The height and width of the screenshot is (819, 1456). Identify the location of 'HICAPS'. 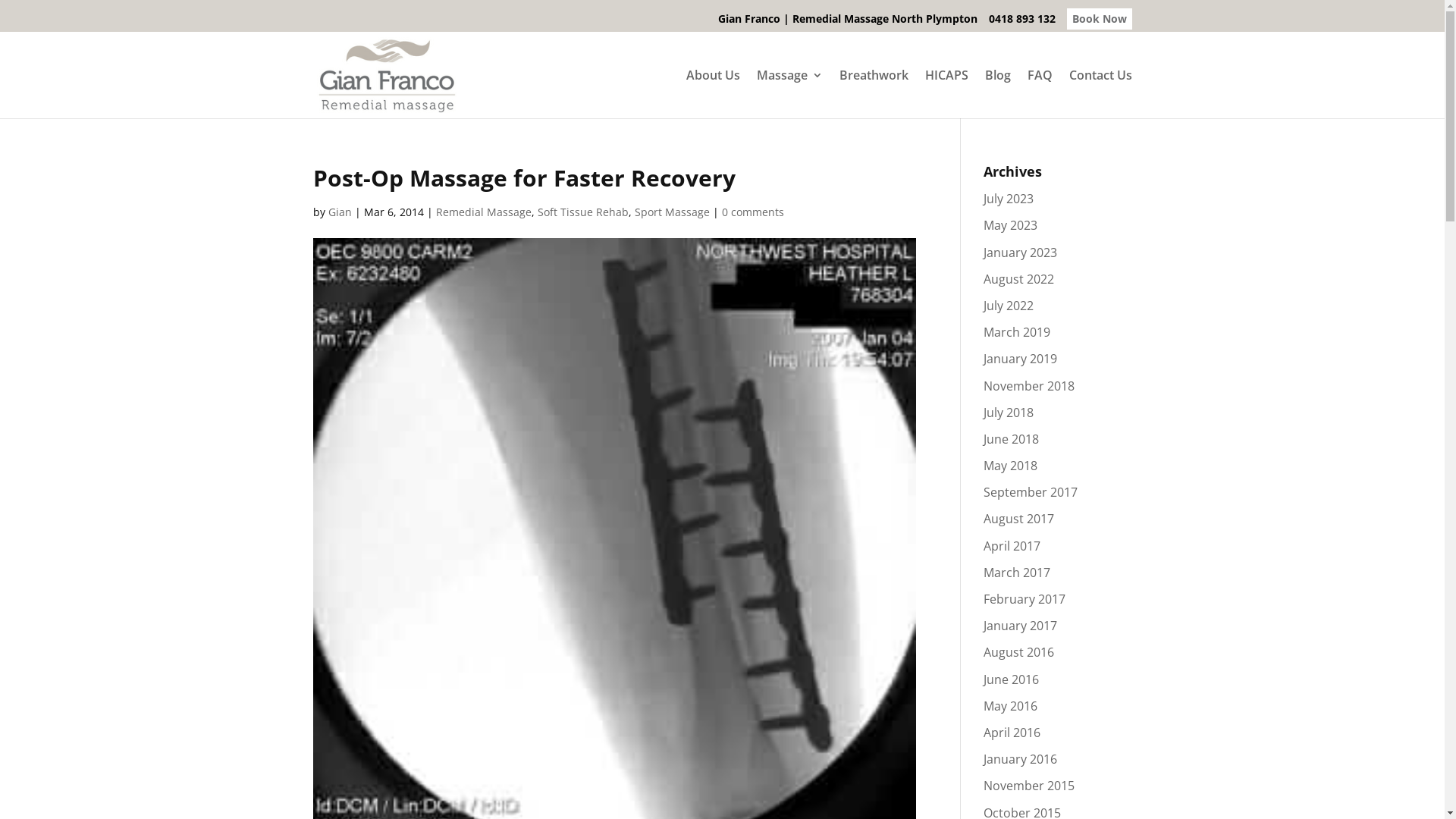
(946, 93).